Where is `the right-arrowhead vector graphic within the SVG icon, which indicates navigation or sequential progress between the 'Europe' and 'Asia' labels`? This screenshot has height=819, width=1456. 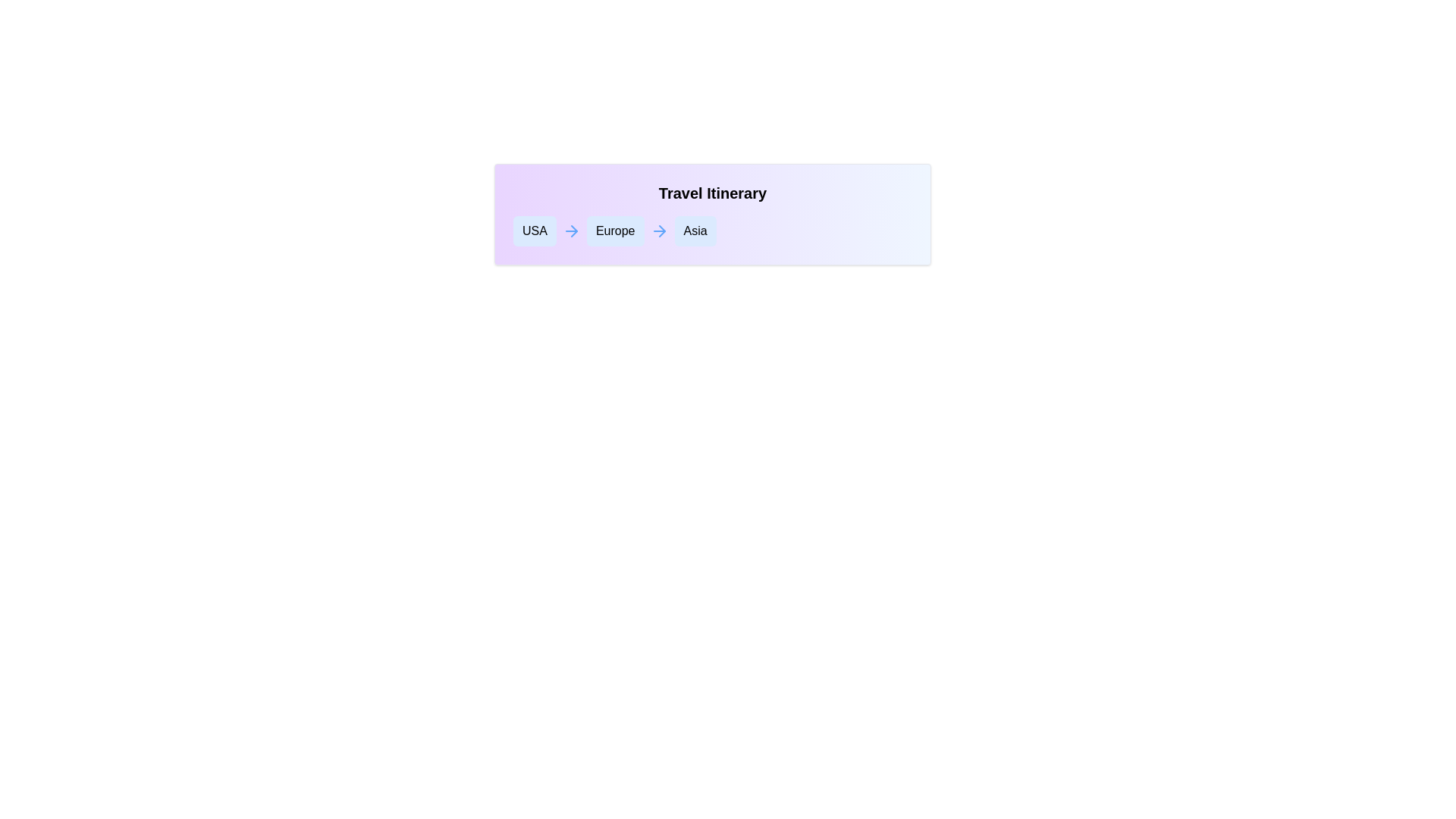 the right-arrowhead vector graphic within the SVG icon, which indicates navigation or sequential progress between the 'Europe' and 'Asia' labels is located at coordinates (573, 231).